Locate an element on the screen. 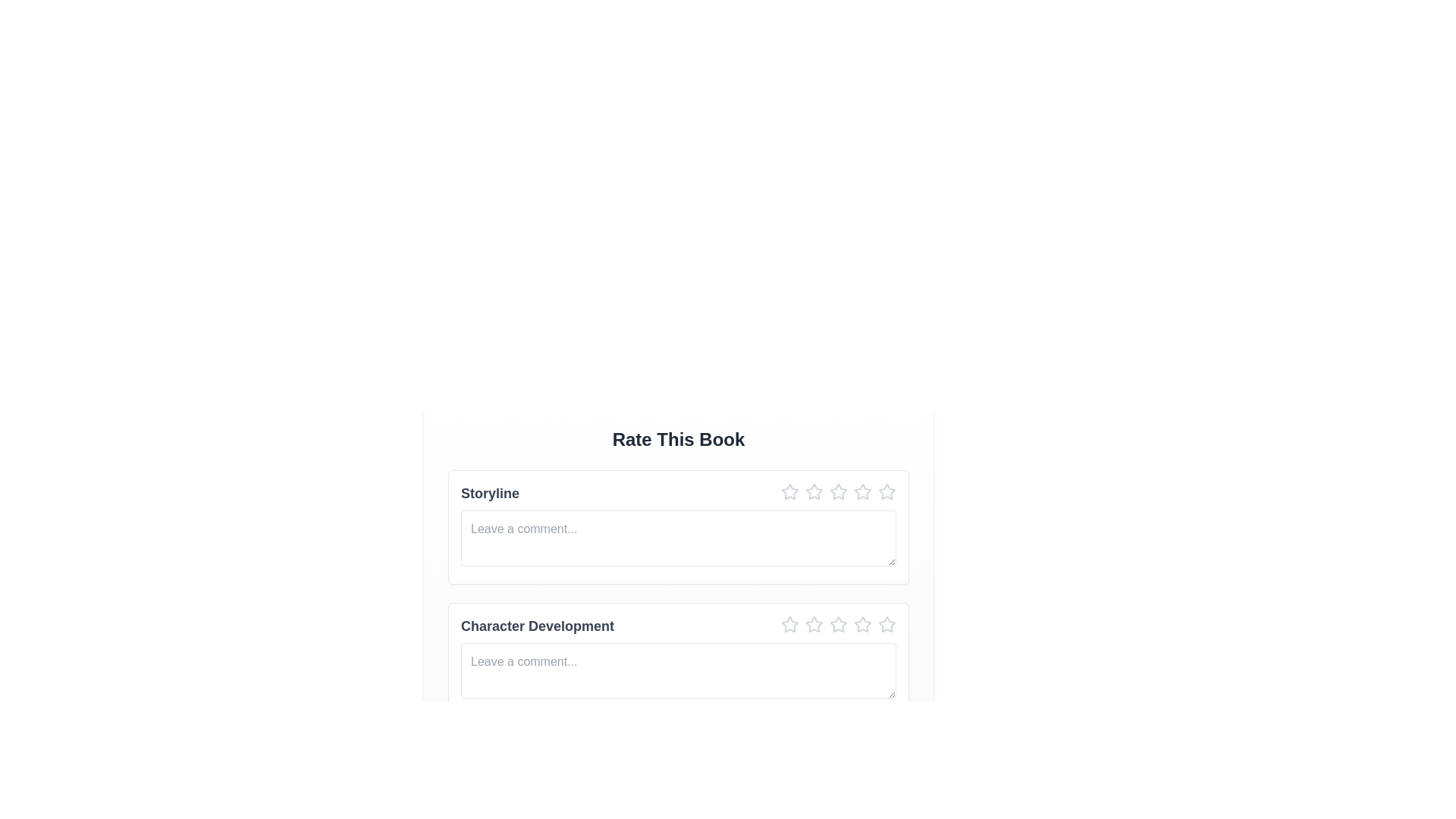  the static text label identifying the category 'Character Development', which is positioned below the 'Storyline' section and to the left of the rating stars is located at coordinates (538, 626).